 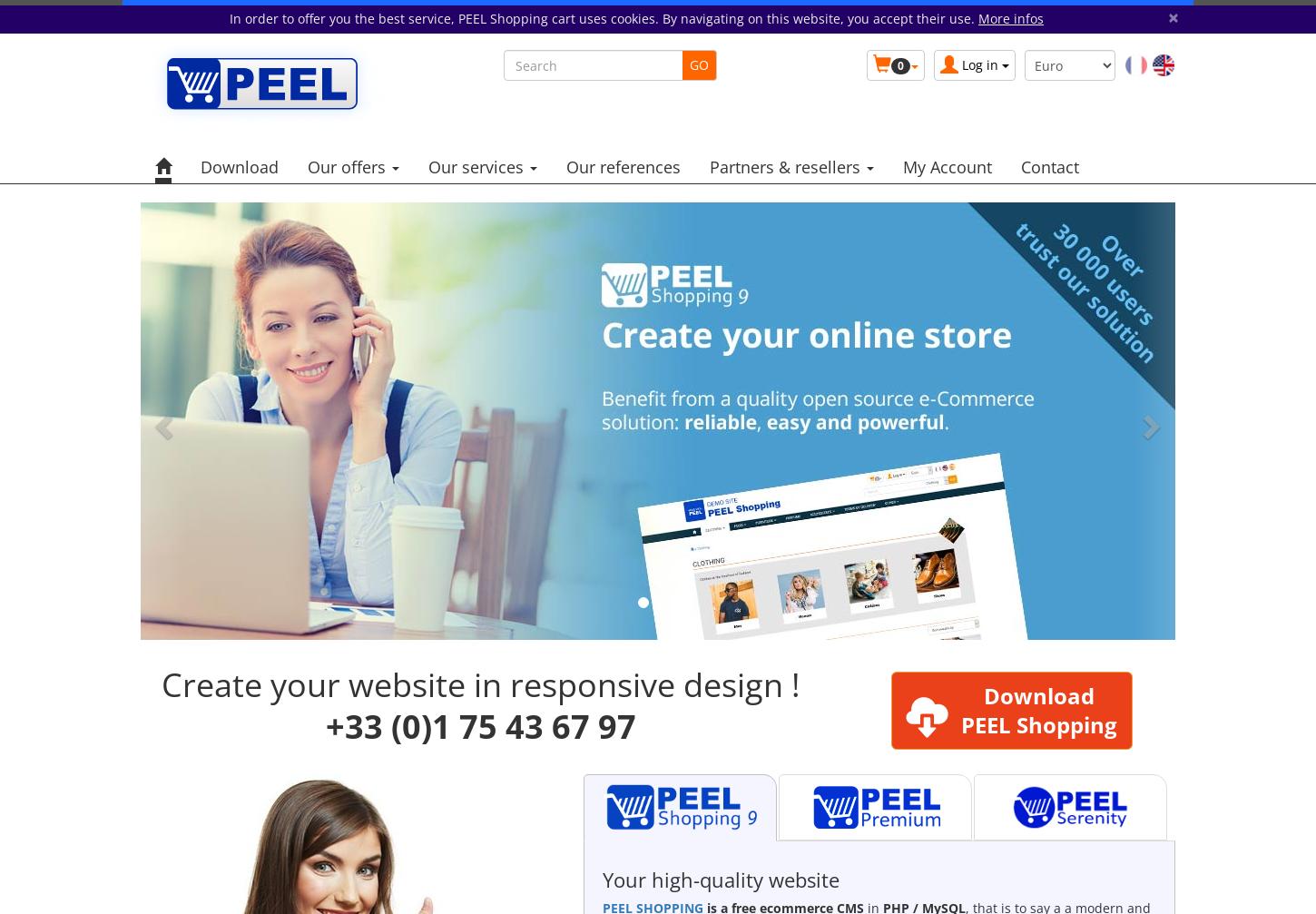 What do you see at coordinates (720, 878) in the screenshot?
I see `'Your high-quality website'` at bounding box center [720, 878].